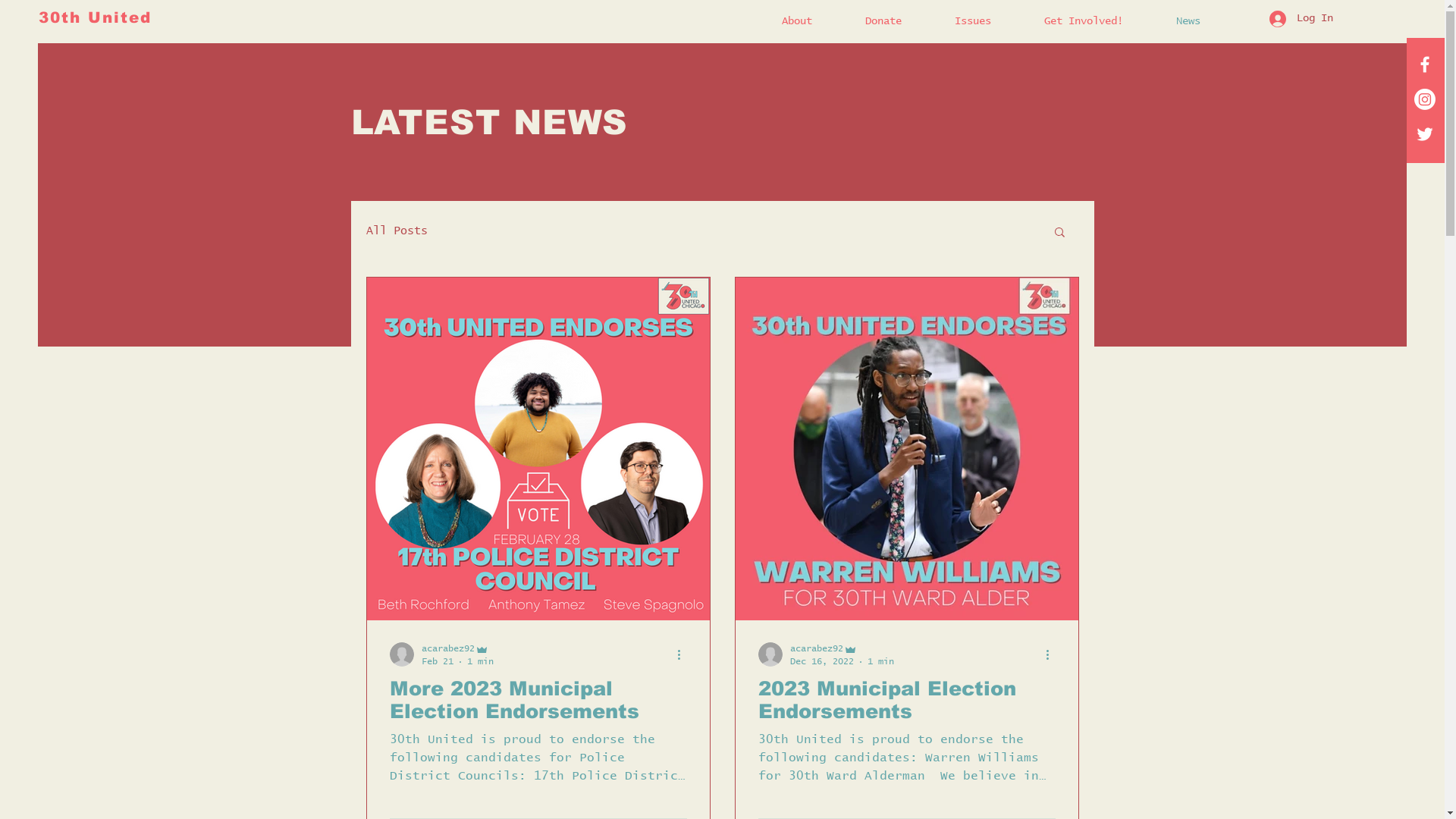  Describe the element at coordinates (457, 648) in the screenshot. I see `'acarabez92'` at that location.